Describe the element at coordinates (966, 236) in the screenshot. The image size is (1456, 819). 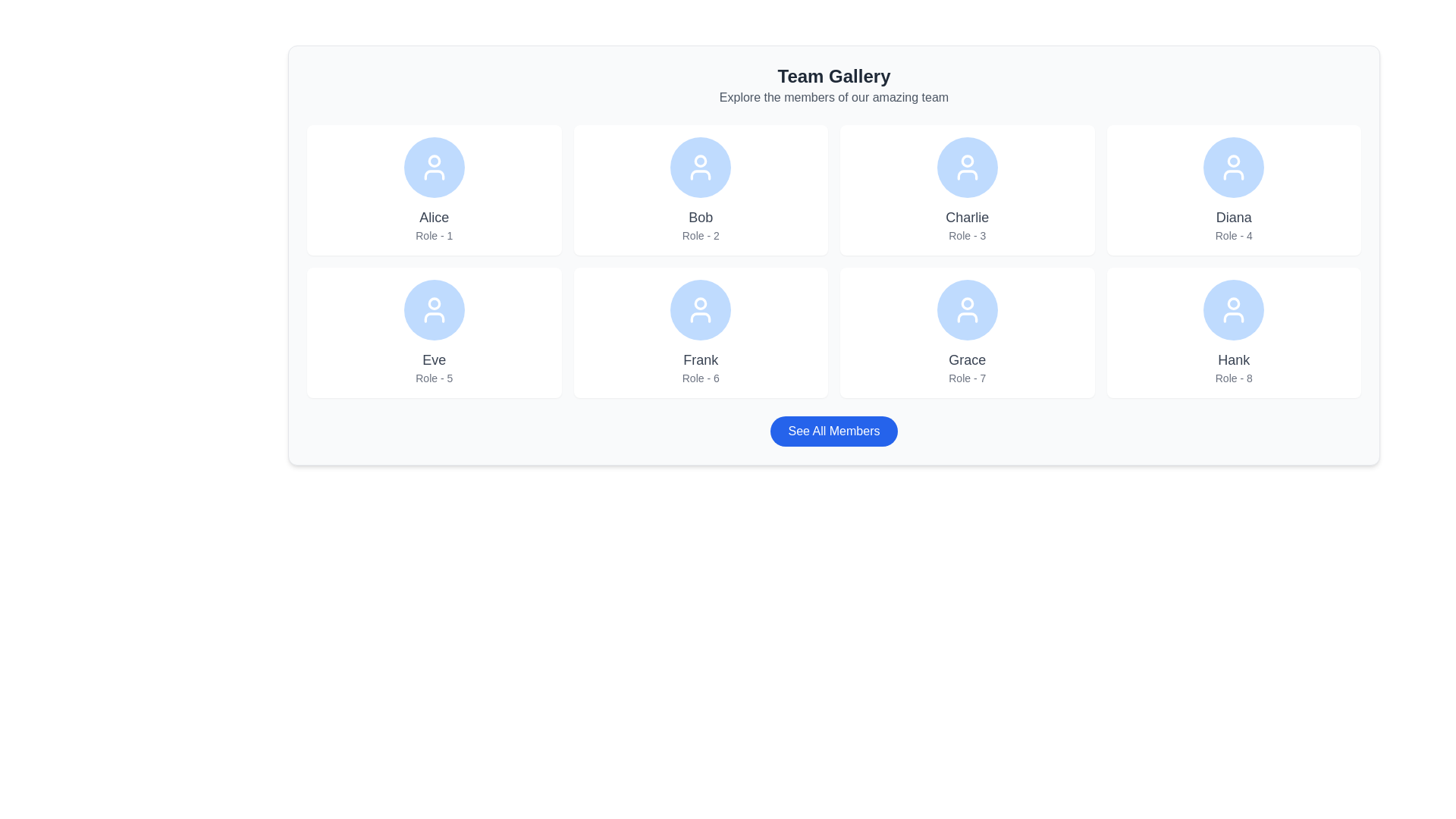
I see `the static label providing additional descriptive information below the text 'Charlie' in the card located in the top row, third column of the grid layout` at that location.